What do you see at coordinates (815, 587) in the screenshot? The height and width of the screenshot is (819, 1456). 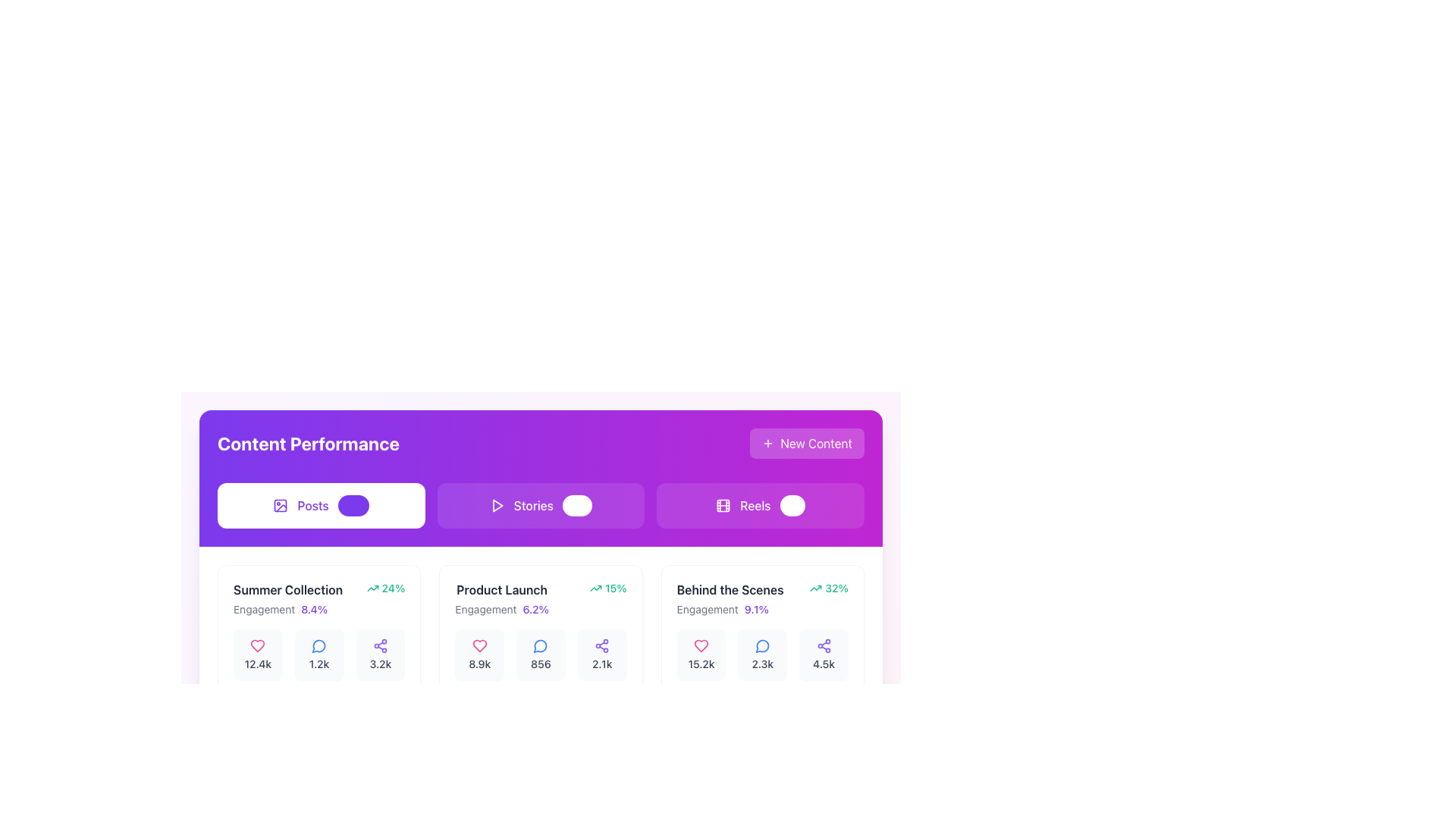 I see `the upward trending icon located` at bounding box center [815, 587].